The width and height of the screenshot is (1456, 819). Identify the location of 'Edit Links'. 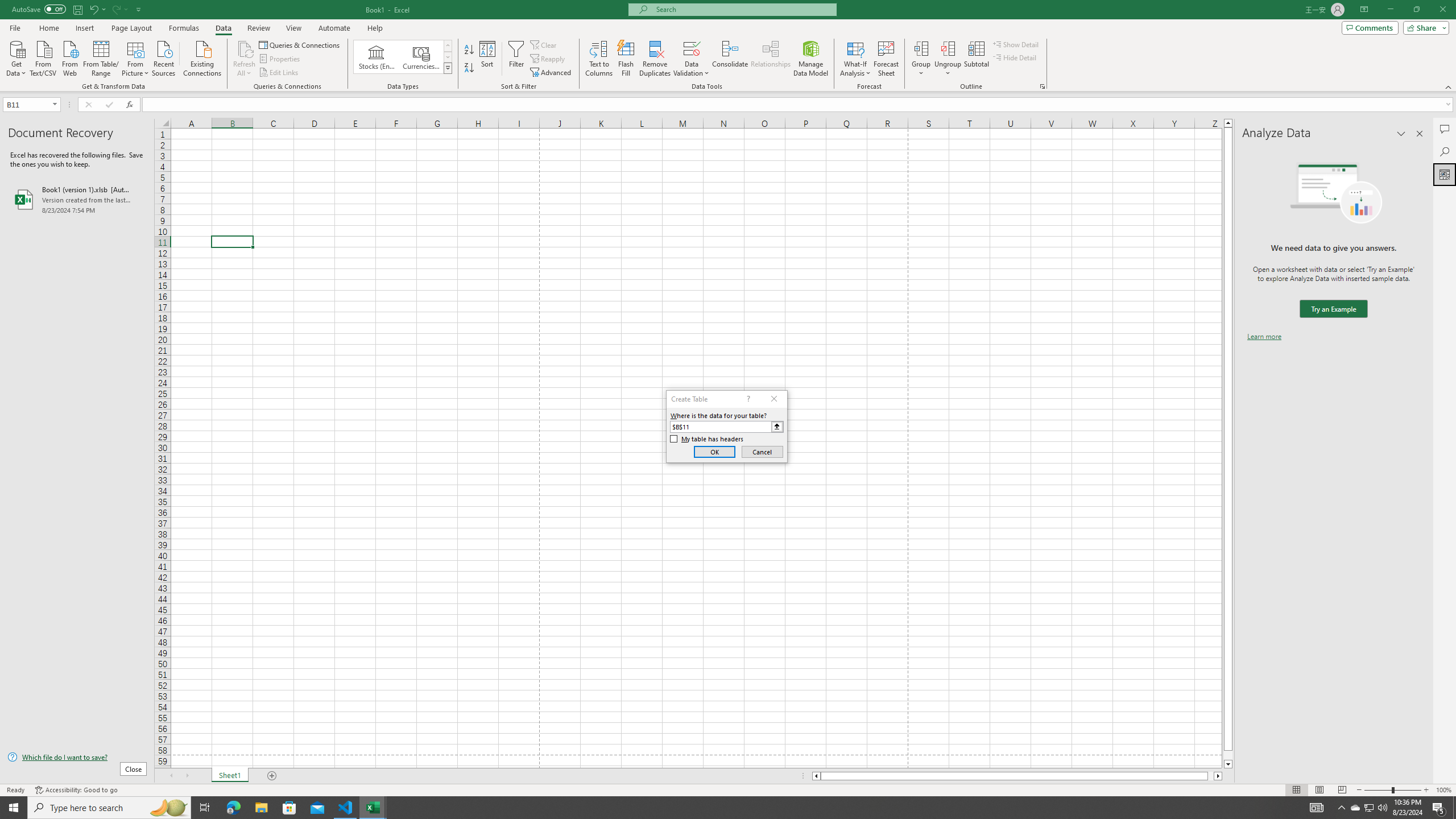
(279, 72).